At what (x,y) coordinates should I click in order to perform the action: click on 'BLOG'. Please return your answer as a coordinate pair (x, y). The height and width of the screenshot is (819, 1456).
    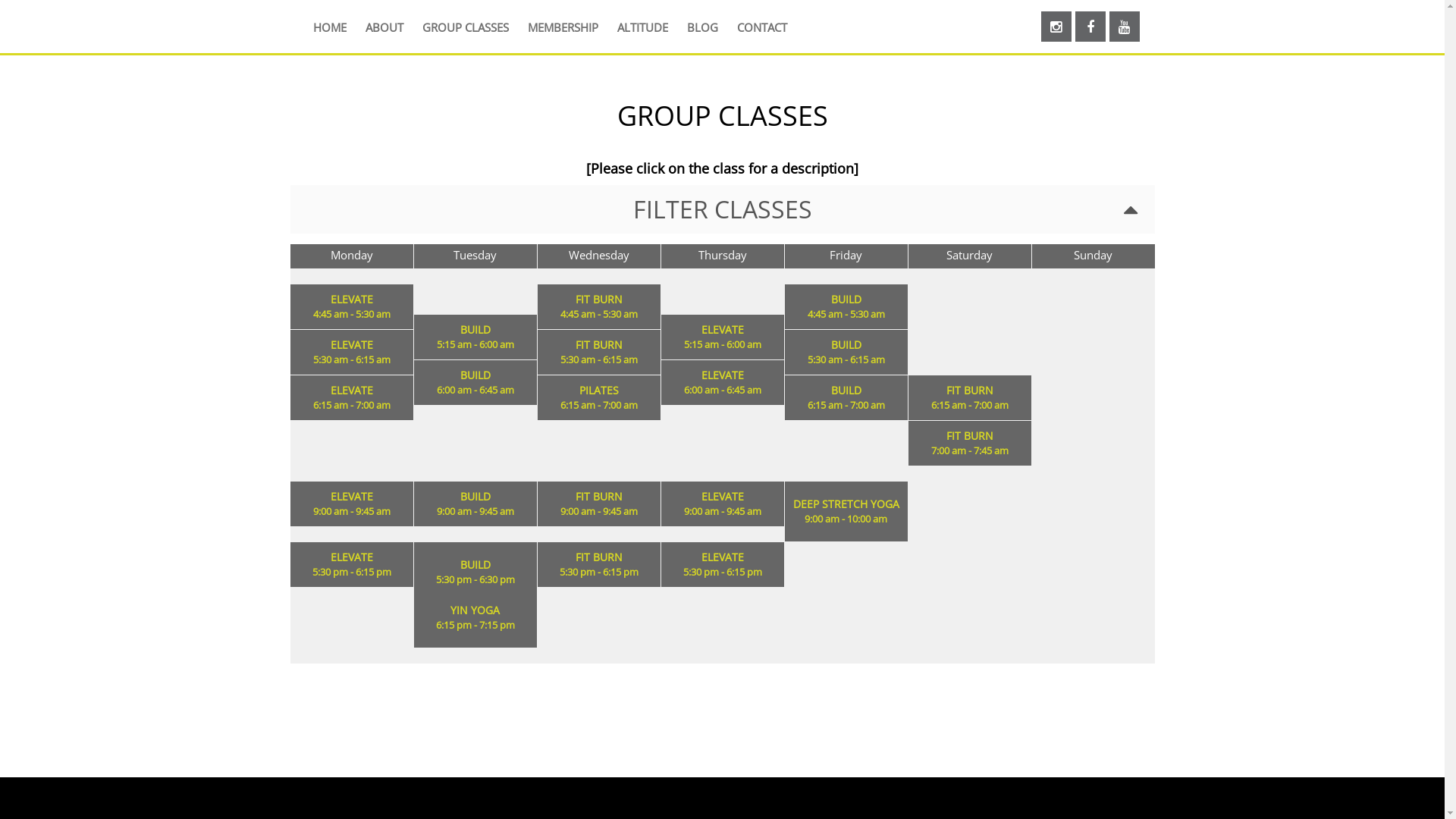
    Looking at the image, I should click on (686, 29).